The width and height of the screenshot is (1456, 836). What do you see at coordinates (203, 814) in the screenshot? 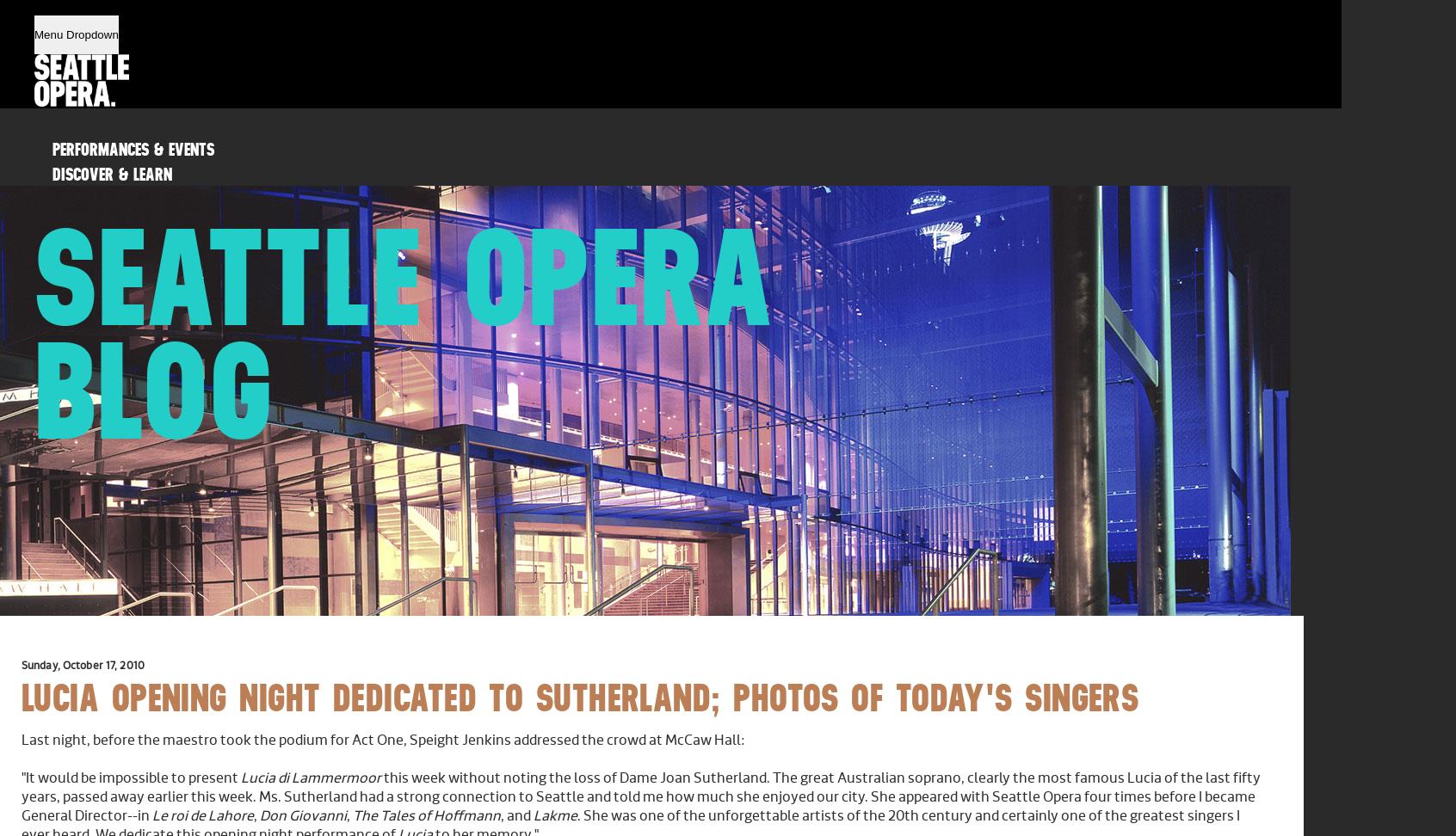
I see `'Le roi de Lahore'` at bounding box center [203, 814].